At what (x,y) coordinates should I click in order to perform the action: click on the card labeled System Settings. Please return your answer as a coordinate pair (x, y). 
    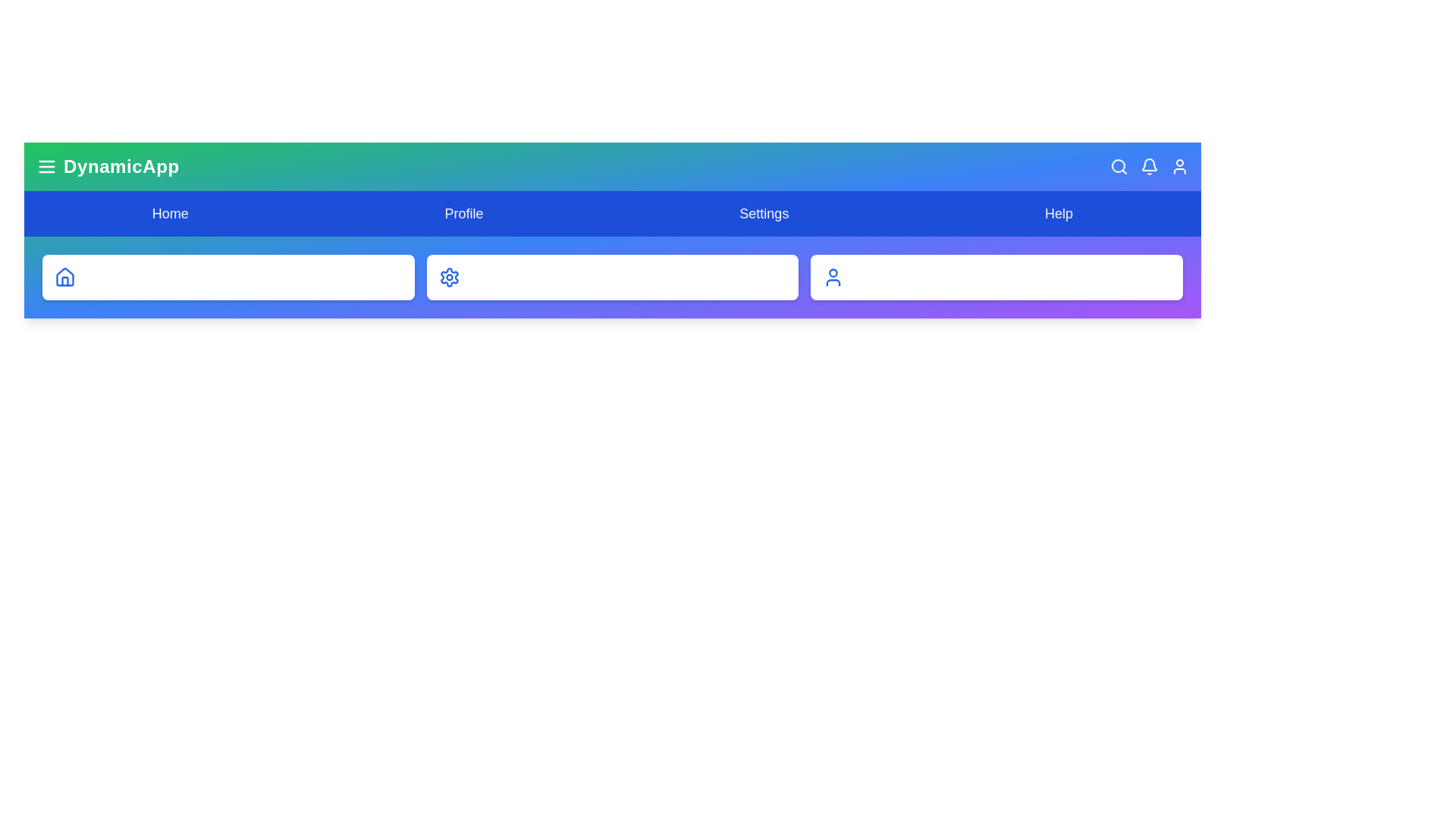
    Looking at the image, I should click on (612, 278).